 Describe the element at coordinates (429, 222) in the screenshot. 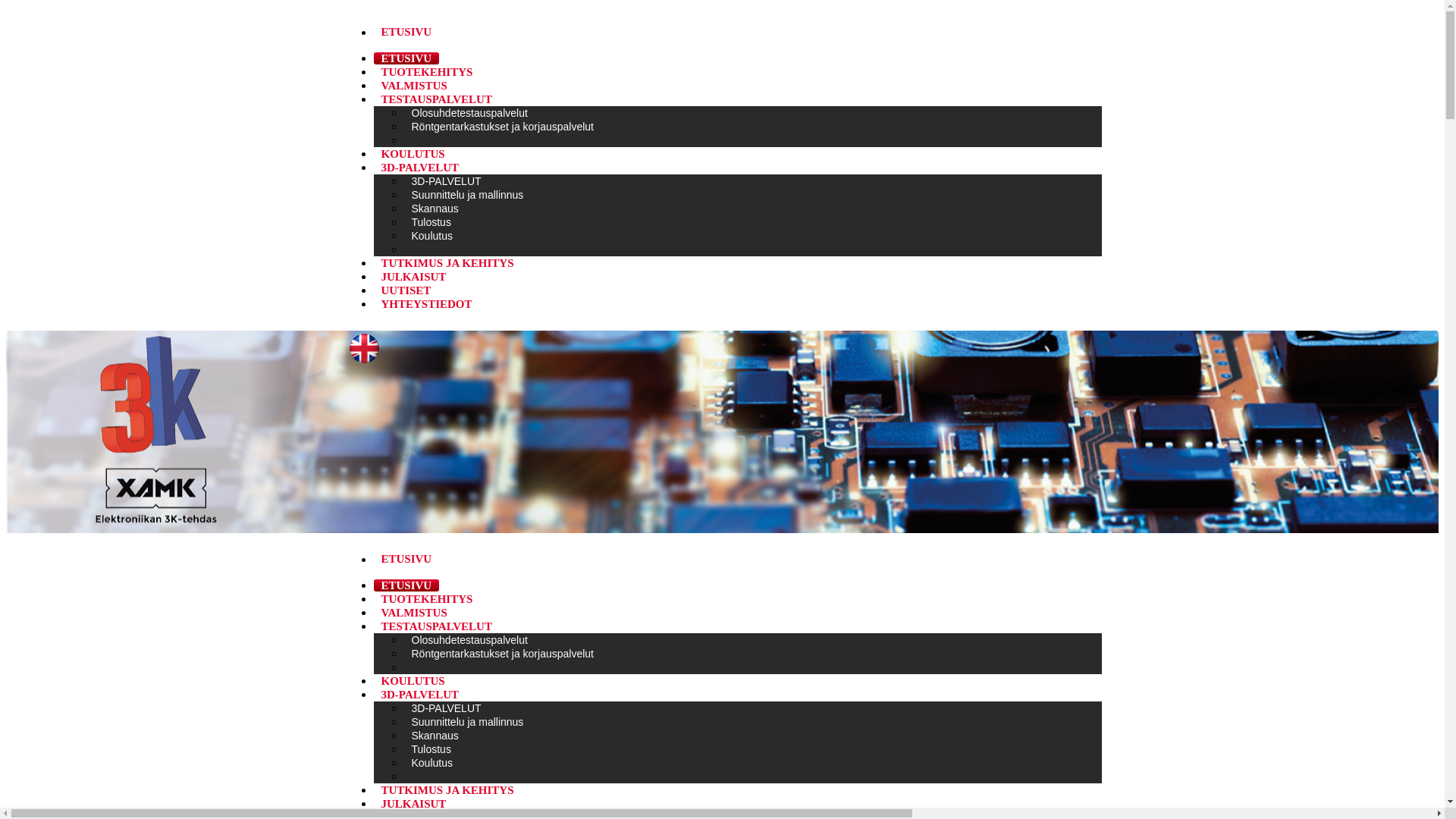

I see `'Tulostus'` at that location.